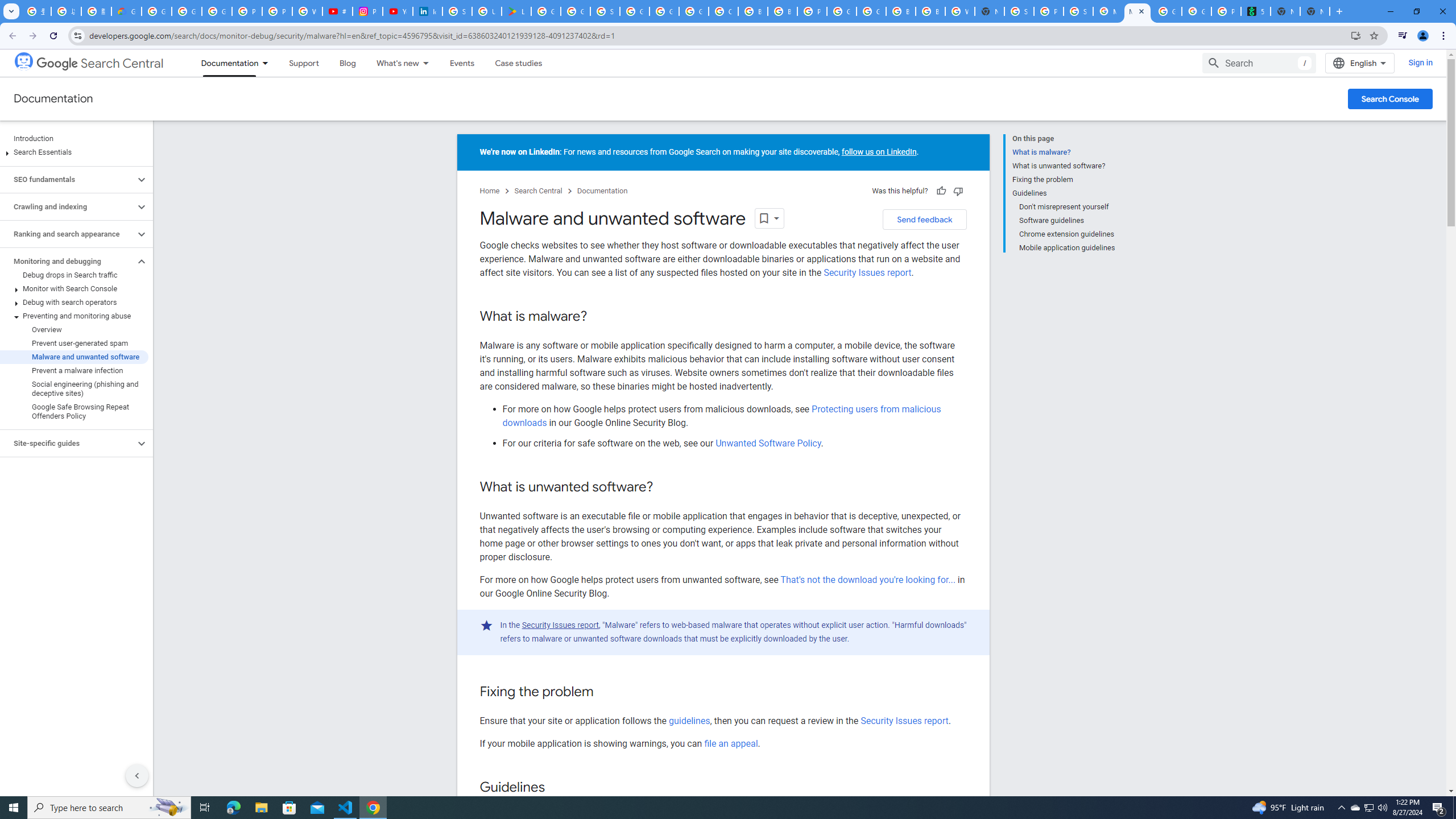  What do you see at coordinates (900, 11) in the screenshot?
I see `'Browse Chrome as a guest - Computer - Google Chrome Help'` at bounding box center [900, 11].